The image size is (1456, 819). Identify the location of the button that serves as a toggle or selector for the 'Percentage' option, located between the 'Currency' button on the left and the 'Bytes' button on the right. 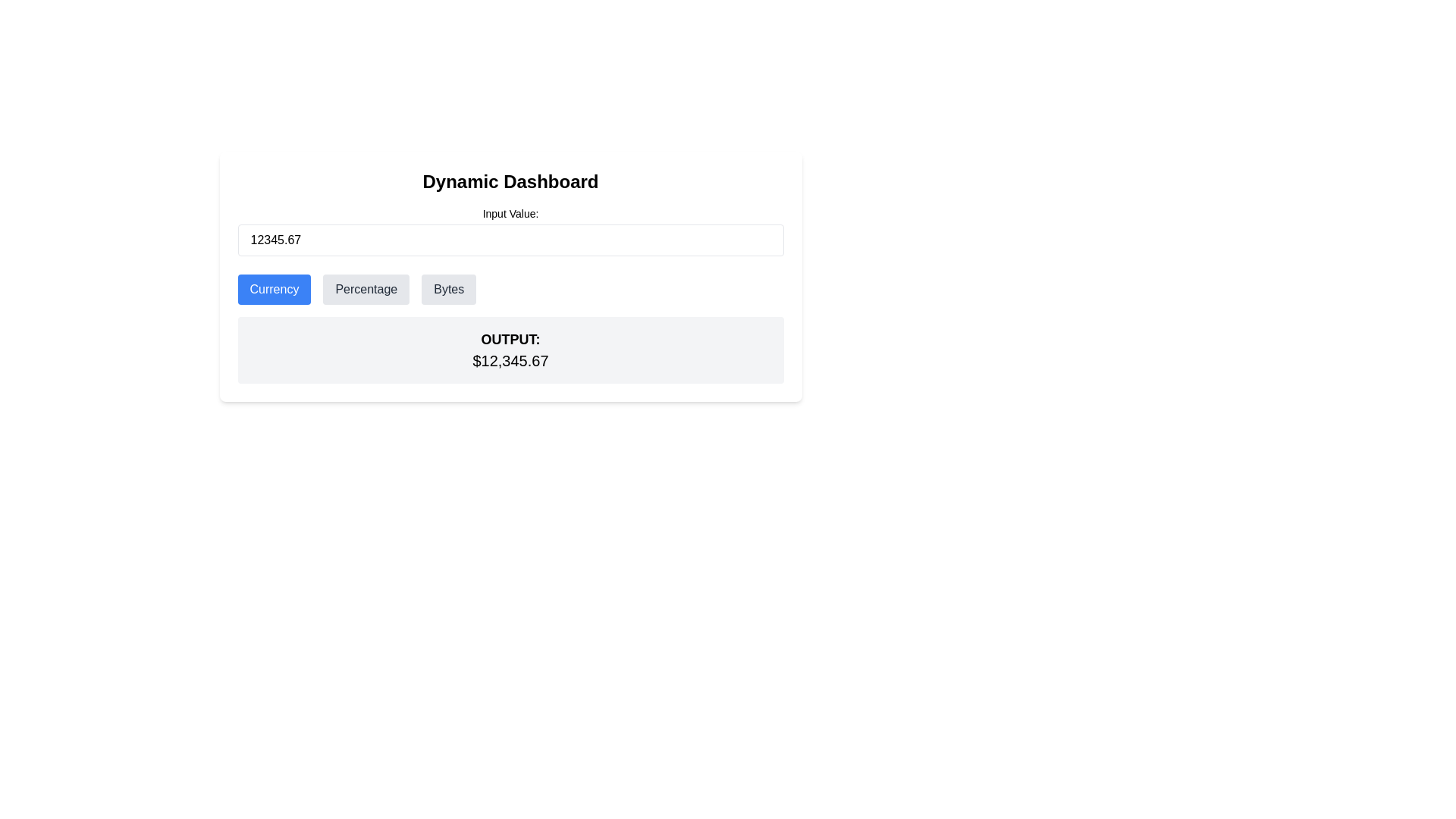
(366, 289).